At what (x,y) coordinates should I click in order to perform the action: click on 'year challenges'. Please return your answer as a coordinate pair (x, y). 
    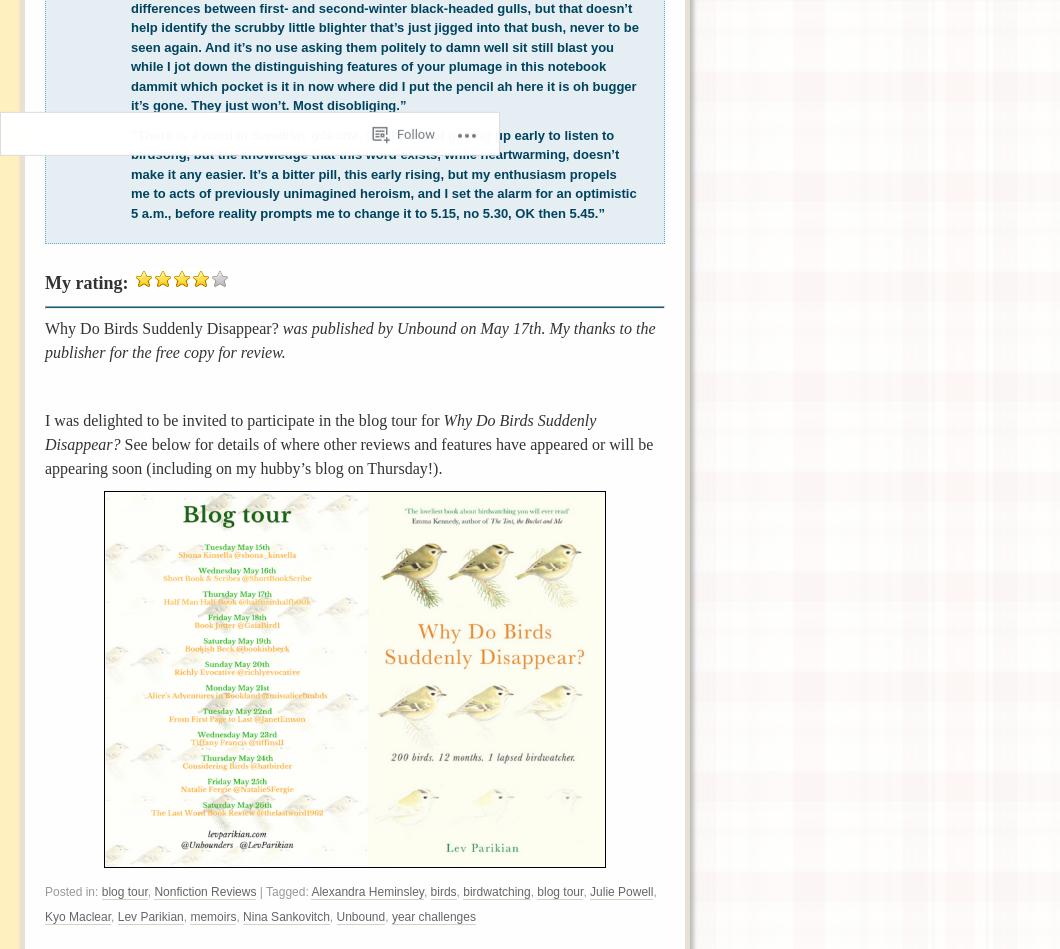
    Looking at the image, I should click on (432, 916).